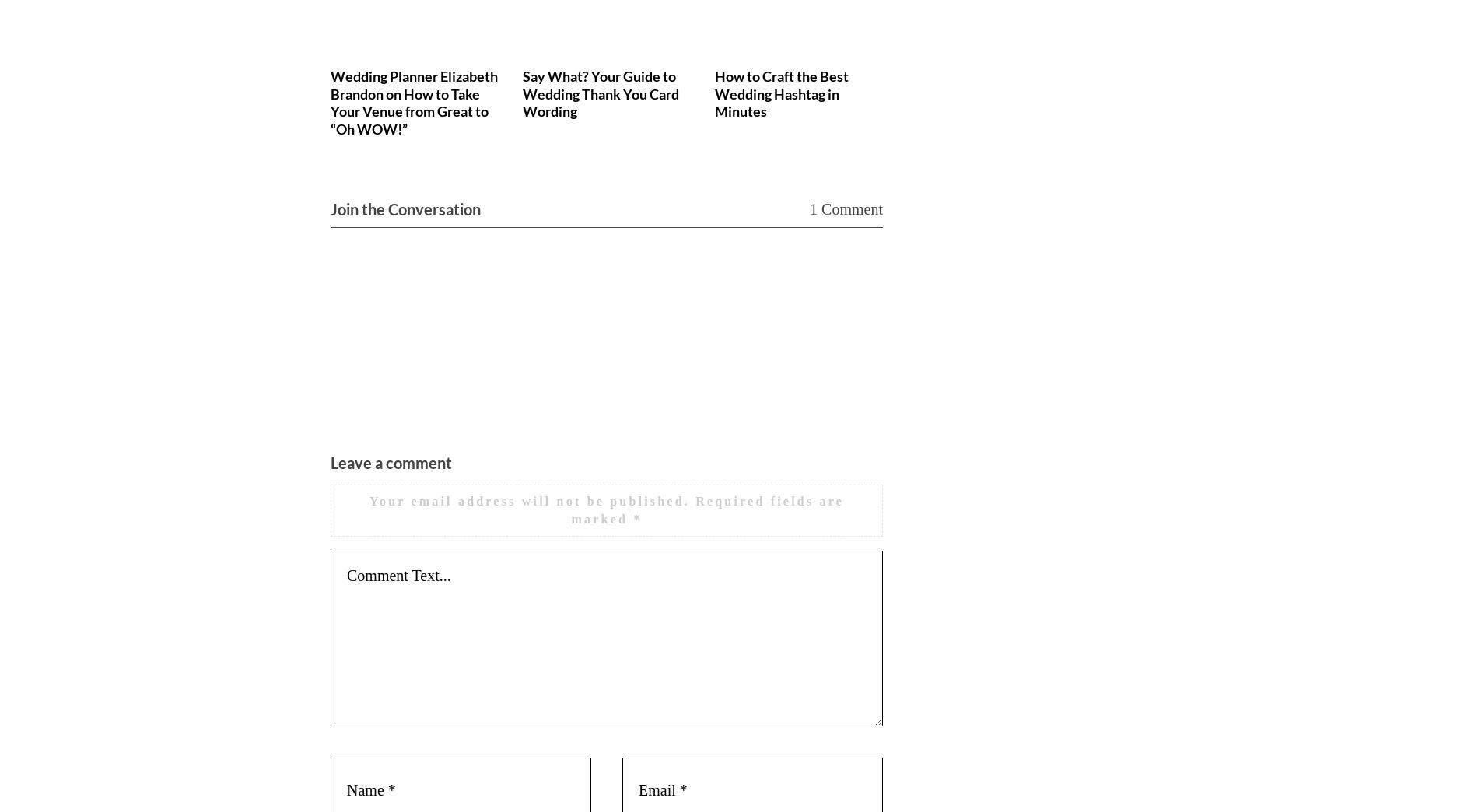  Describe the element at coordinates (978, 84) in the screenshot. I see `'Wedding Planner Q&A: Kristin Banta'` at that location.